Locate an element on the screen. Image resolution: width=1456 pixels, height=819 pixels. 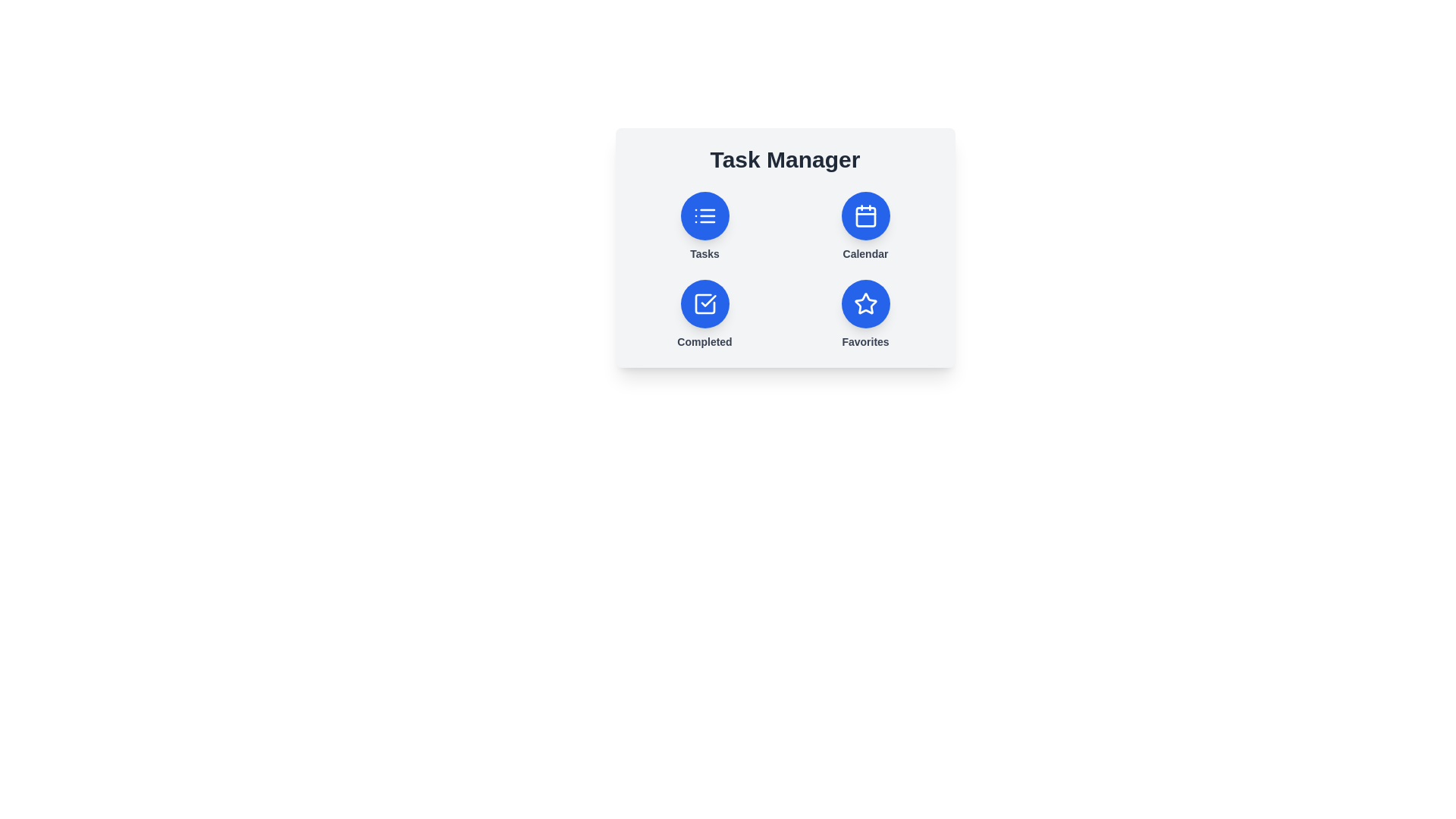
the 'Calendar' text label element, which is styled in bold gray font and positioned below the blue circular button with a calendar icon in a grid layout is located at coordinates (865, 253).